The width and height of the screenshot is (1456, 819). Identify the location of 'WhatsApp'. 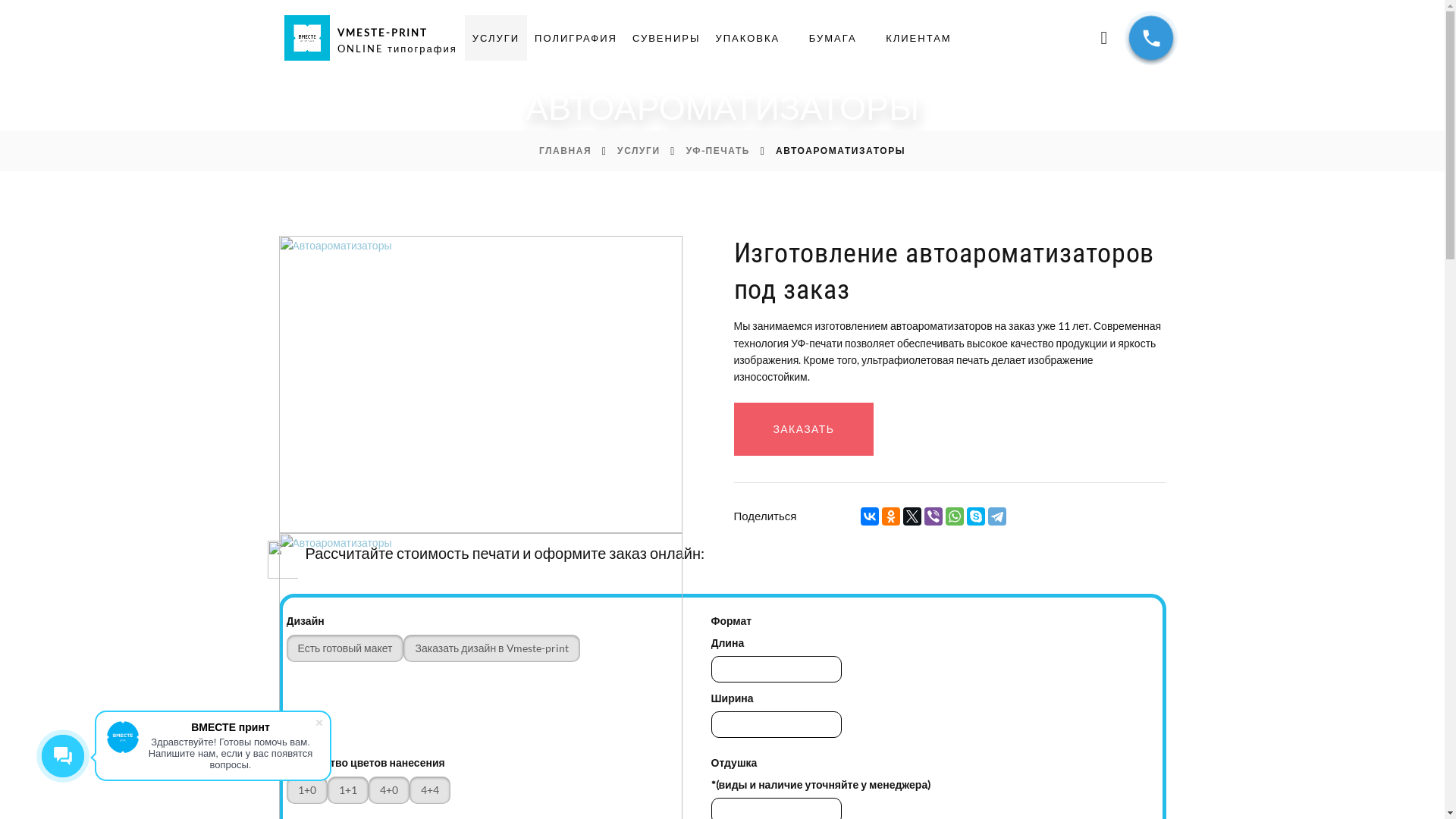
(953, 516).